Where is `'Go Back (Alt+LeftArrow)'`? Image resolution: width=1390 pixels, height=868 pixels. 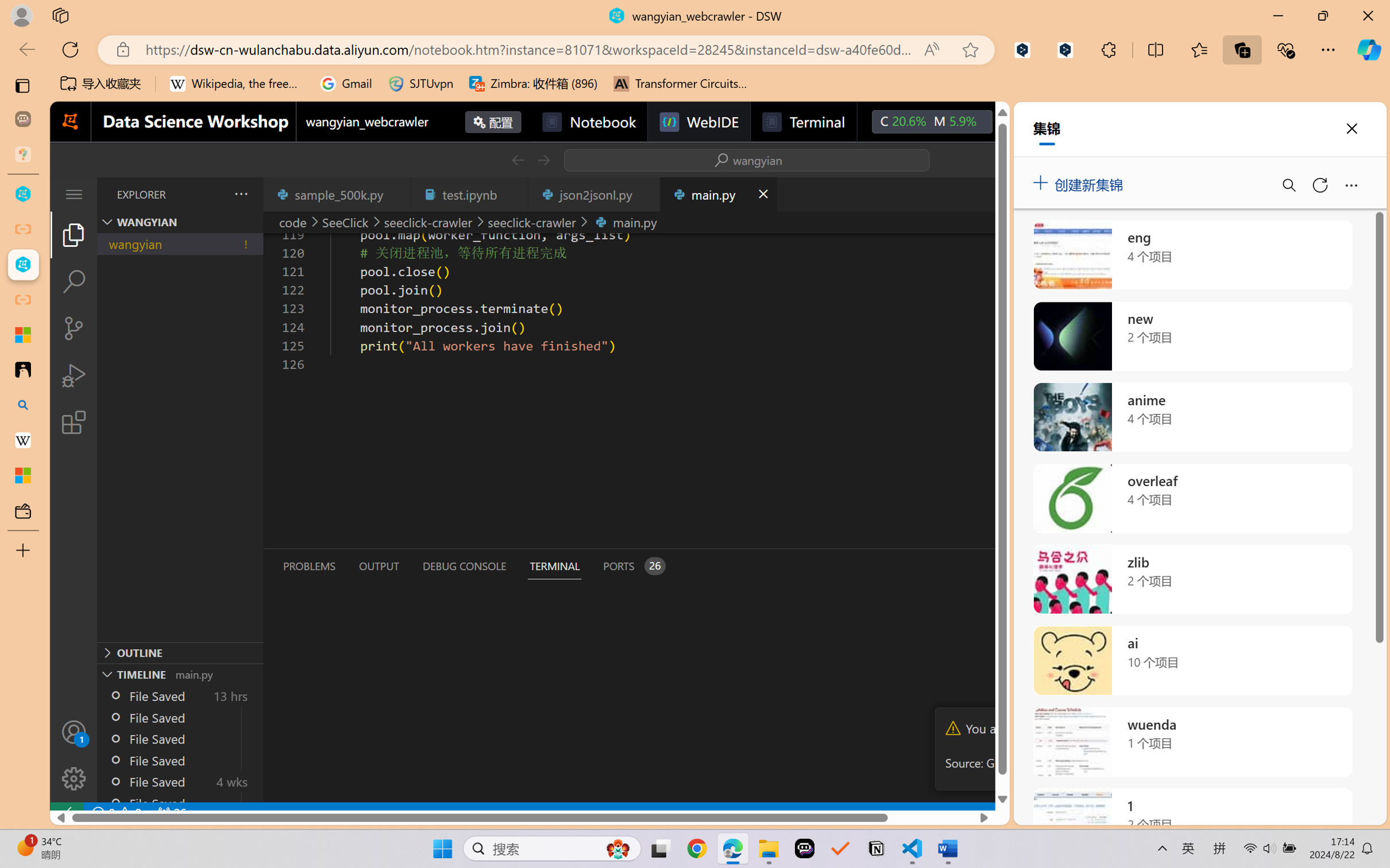 'Go Back (Alt+LeftArrow)' is located at coordinates (516, 160).